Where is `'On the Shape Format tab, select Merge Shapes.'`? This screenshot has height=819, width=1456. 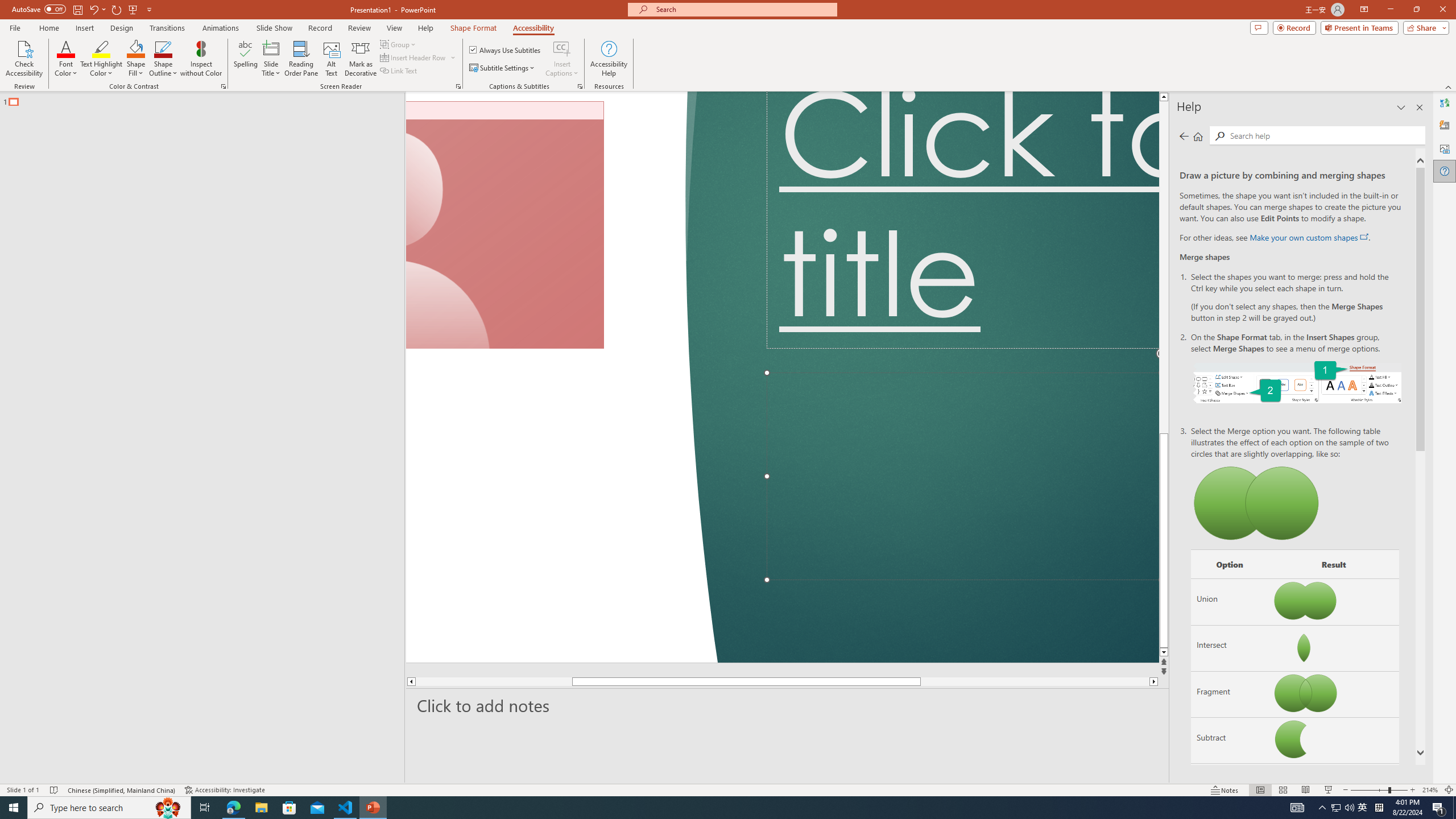 'On the Shape Format tab, select Merge Shapes.' is located at coordinates (1296, 381).